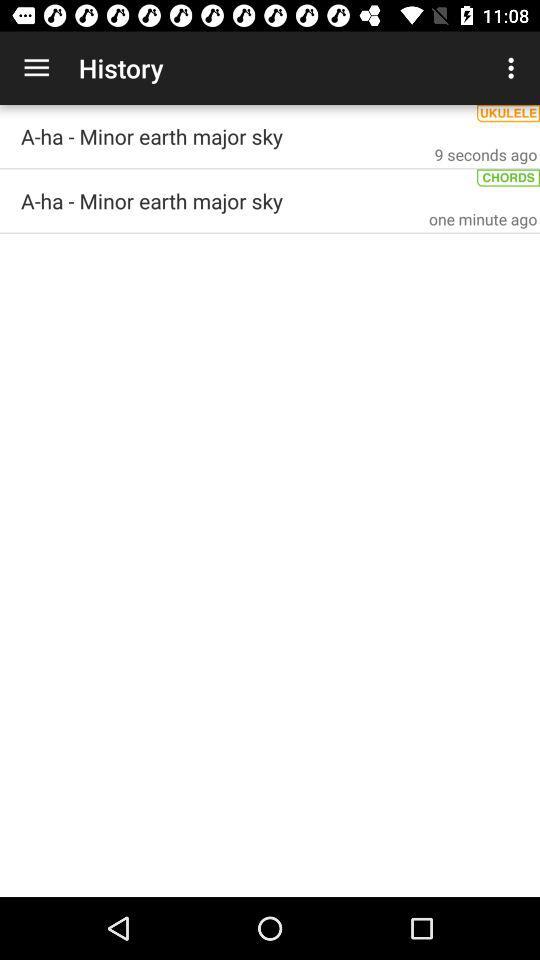  I want to click on the item above a ha minor item, so click(36, 68).